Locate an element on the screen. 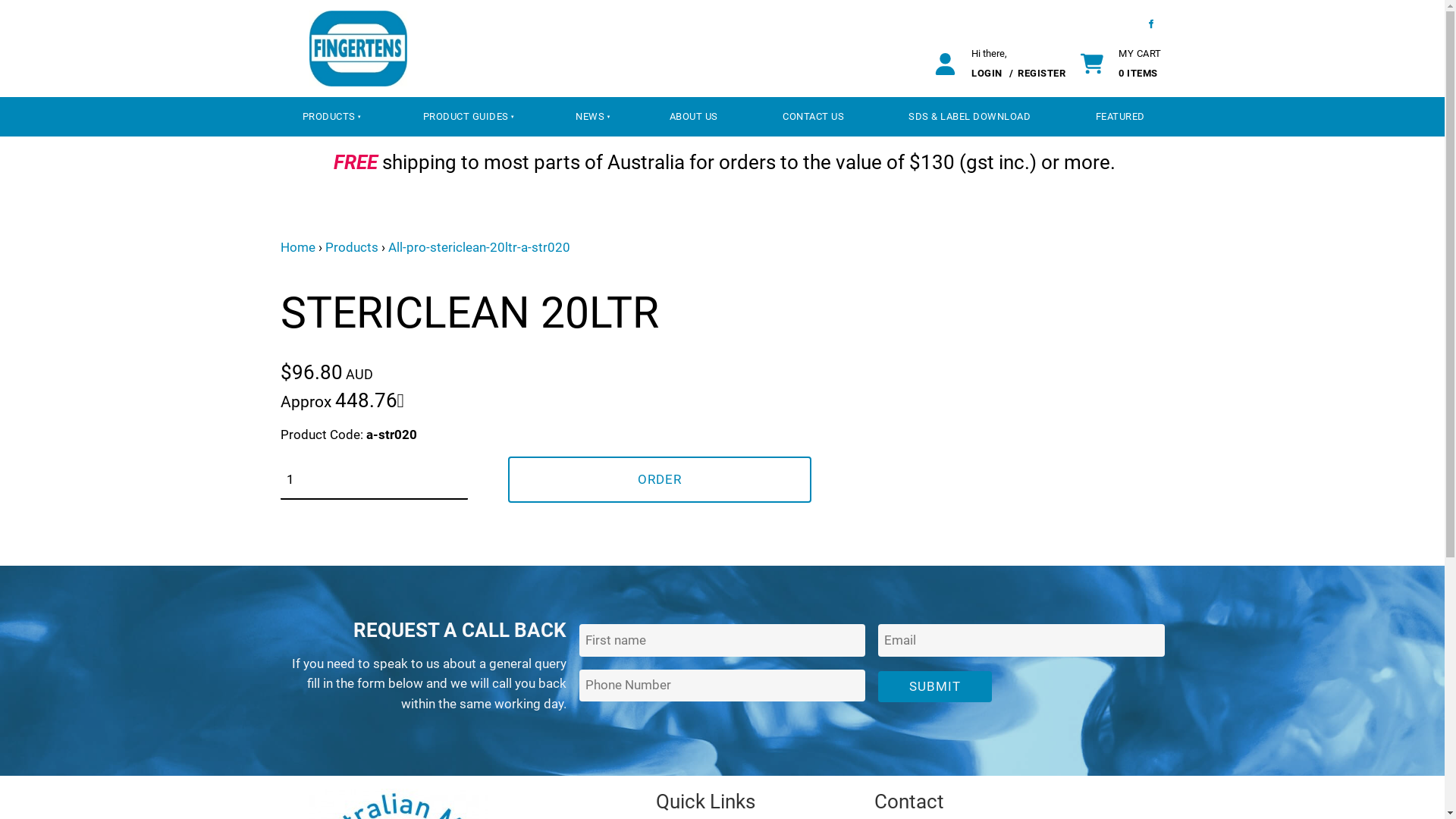 This screenshot has width=1456, height=819. 'Home' is located at coordinates (298, 246).